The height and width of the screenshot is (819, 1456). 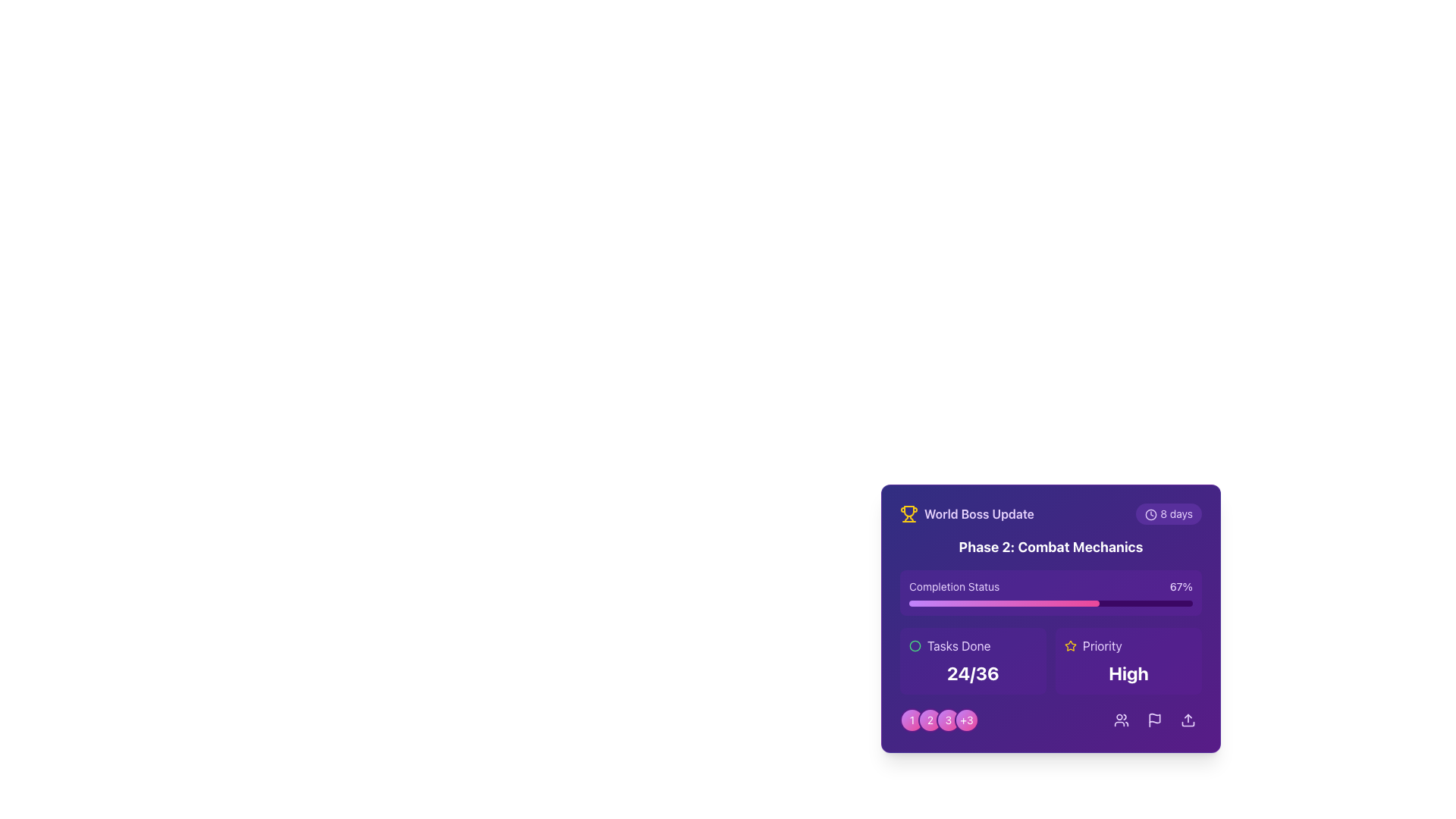 I want to click on the upload button represented by a rounded rectangle with a purple upload icon in the center, located in the bottom-right corner of the card interface to initiate an upload action, so click(x=1187, y=719).